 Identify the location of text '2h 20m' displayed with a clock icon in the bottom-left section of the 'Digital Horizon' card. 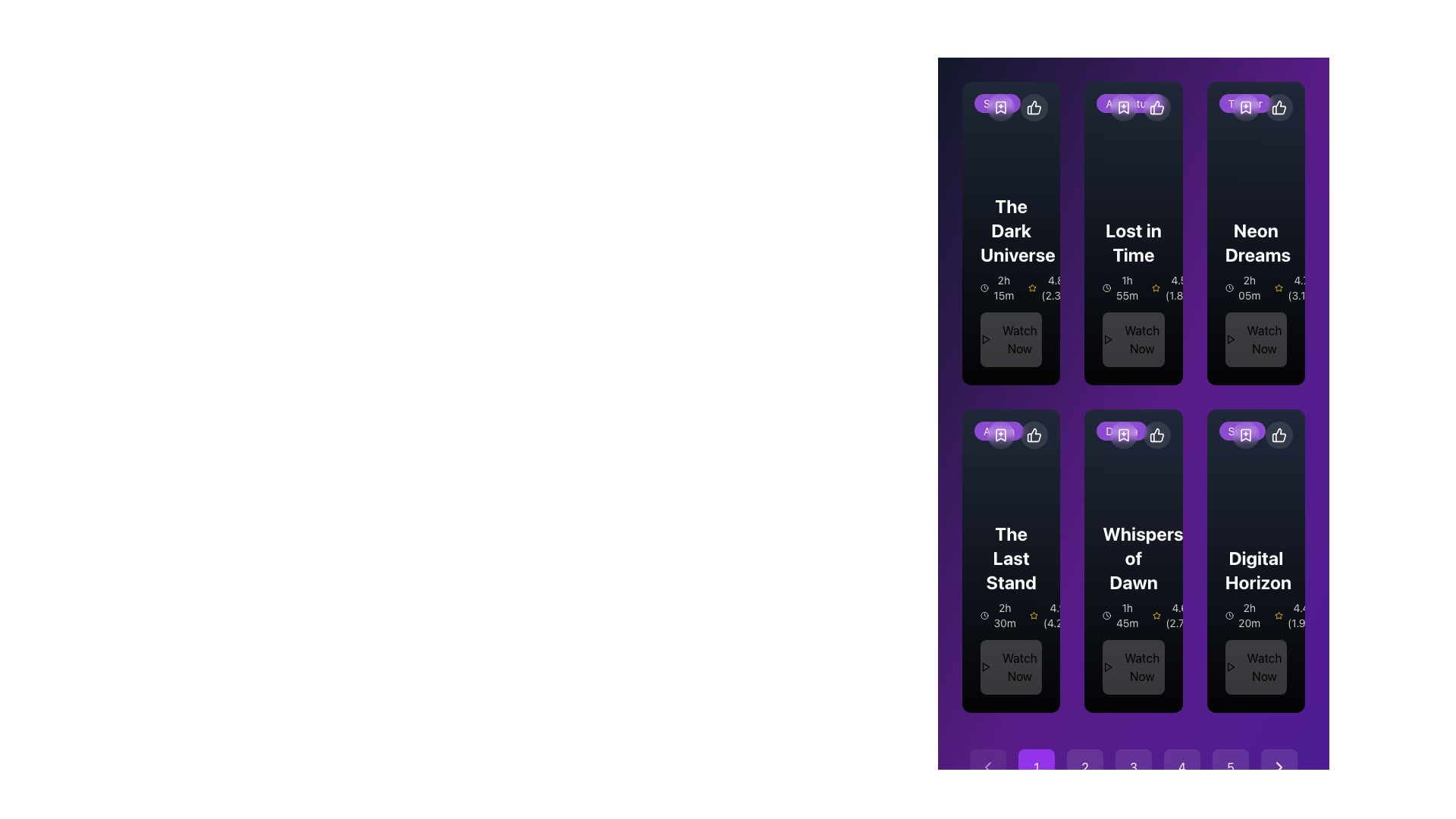
(1244, 616).